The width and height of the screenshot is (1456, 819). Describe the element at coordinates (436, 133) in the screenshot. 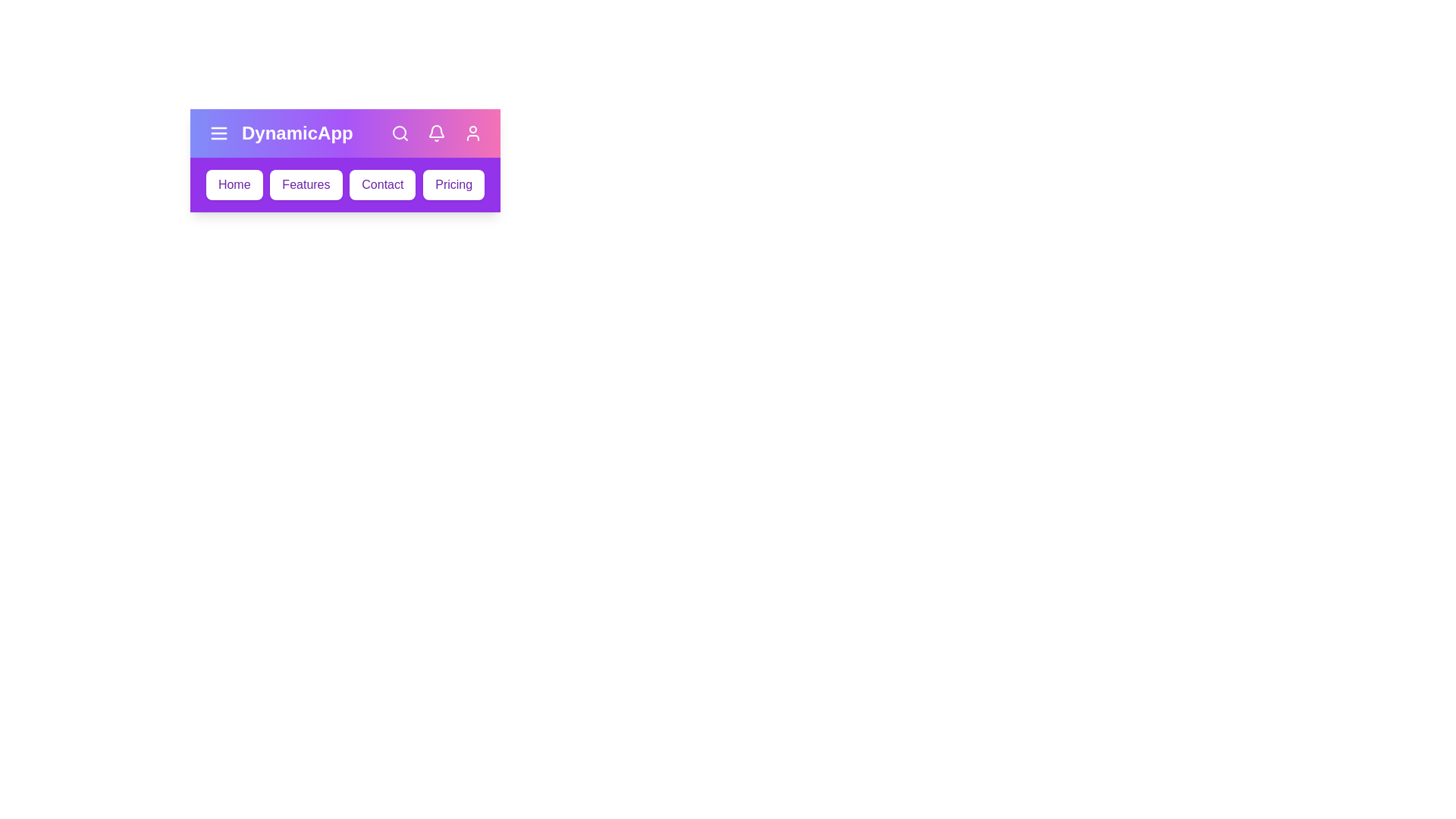

I see `the bell icon to open the notifications panel` at that location.